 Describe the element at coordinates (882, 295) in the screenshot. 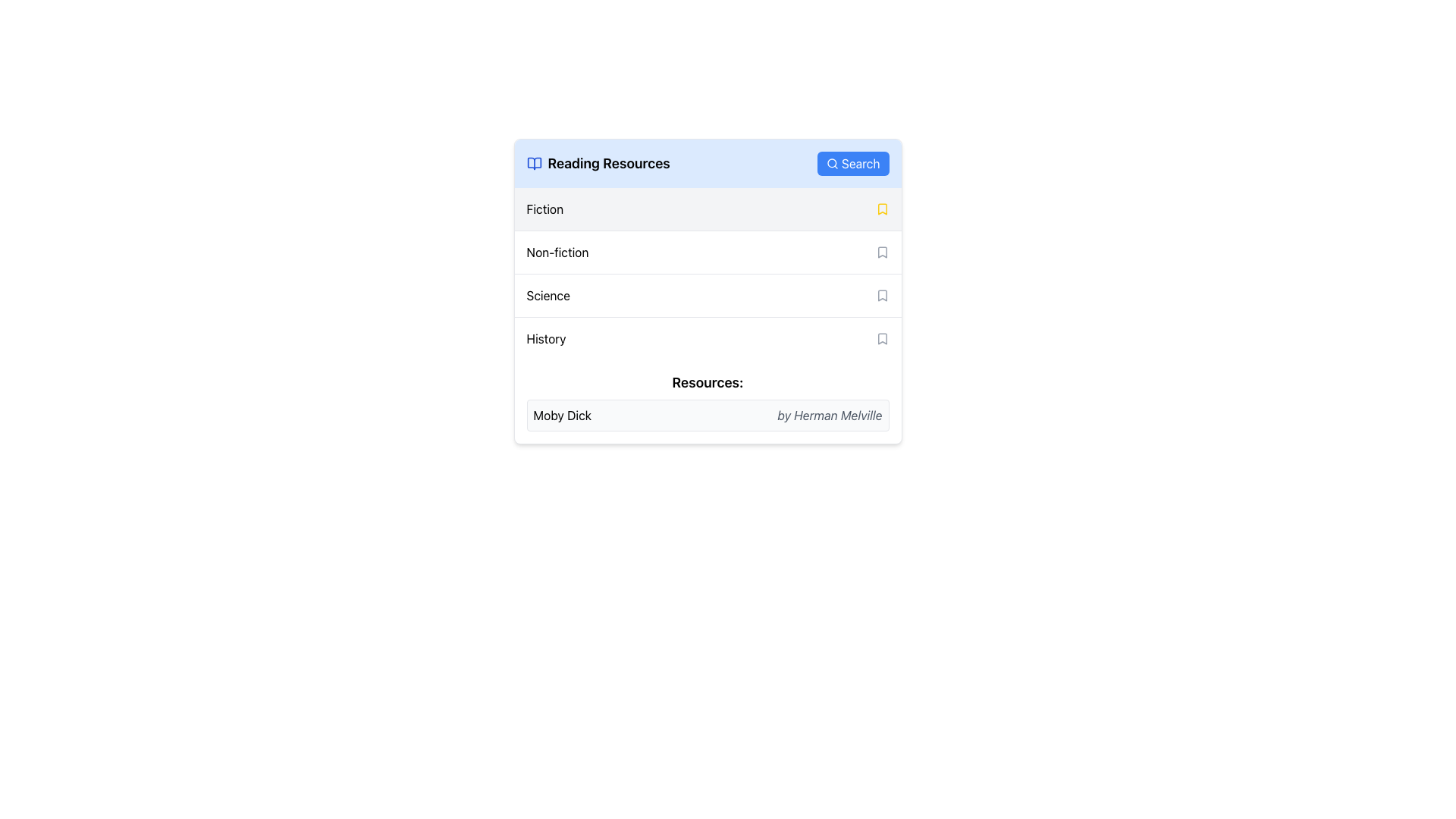

I see `the non-interactive SVG bookmark icon located on the far right side of the 'Science' row in the list of categorized topics` at that location.